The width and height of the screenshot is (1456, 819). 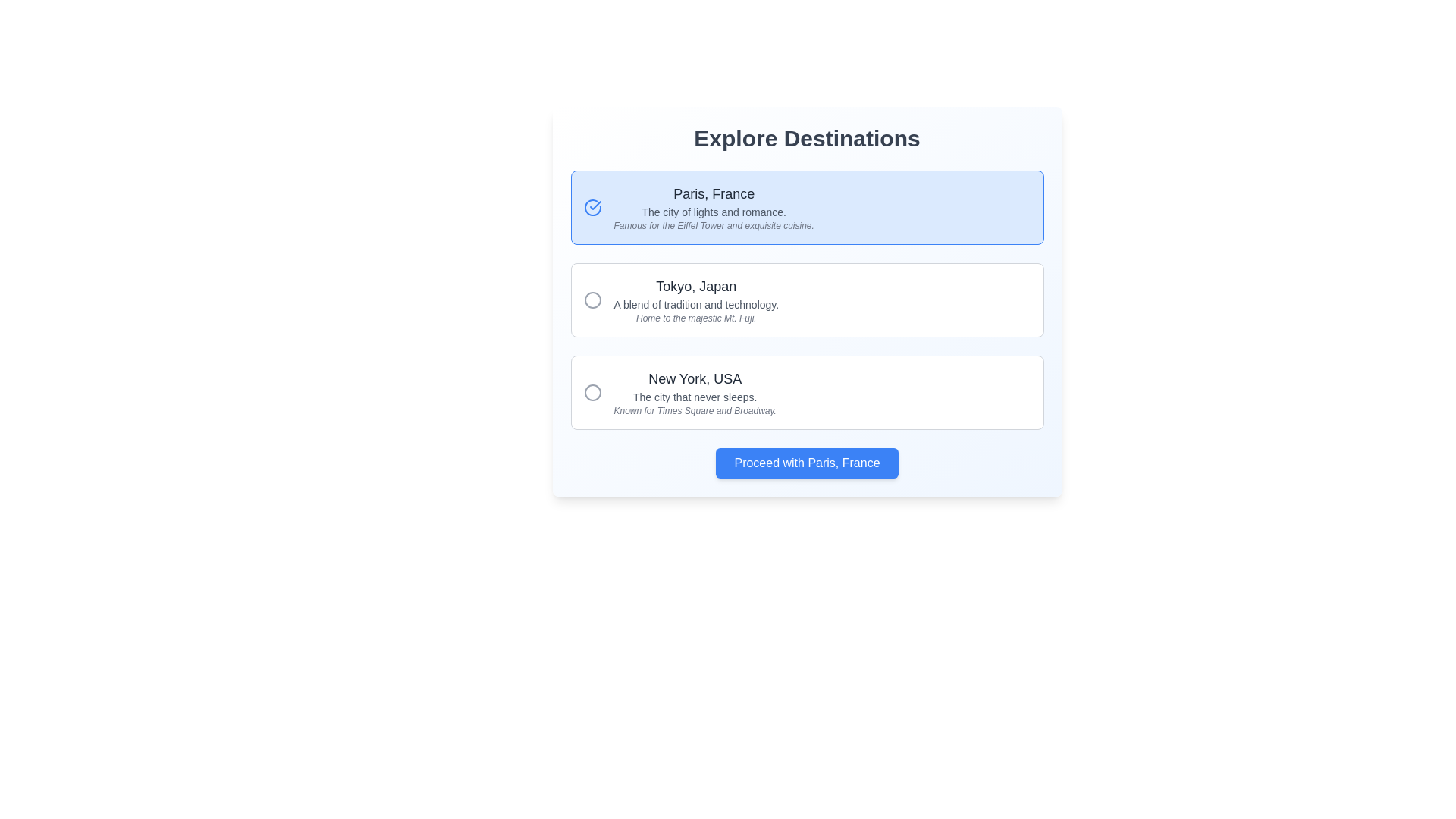 I want to click on the confirmation button for 'Paris, France', so click(x=806, y=462).